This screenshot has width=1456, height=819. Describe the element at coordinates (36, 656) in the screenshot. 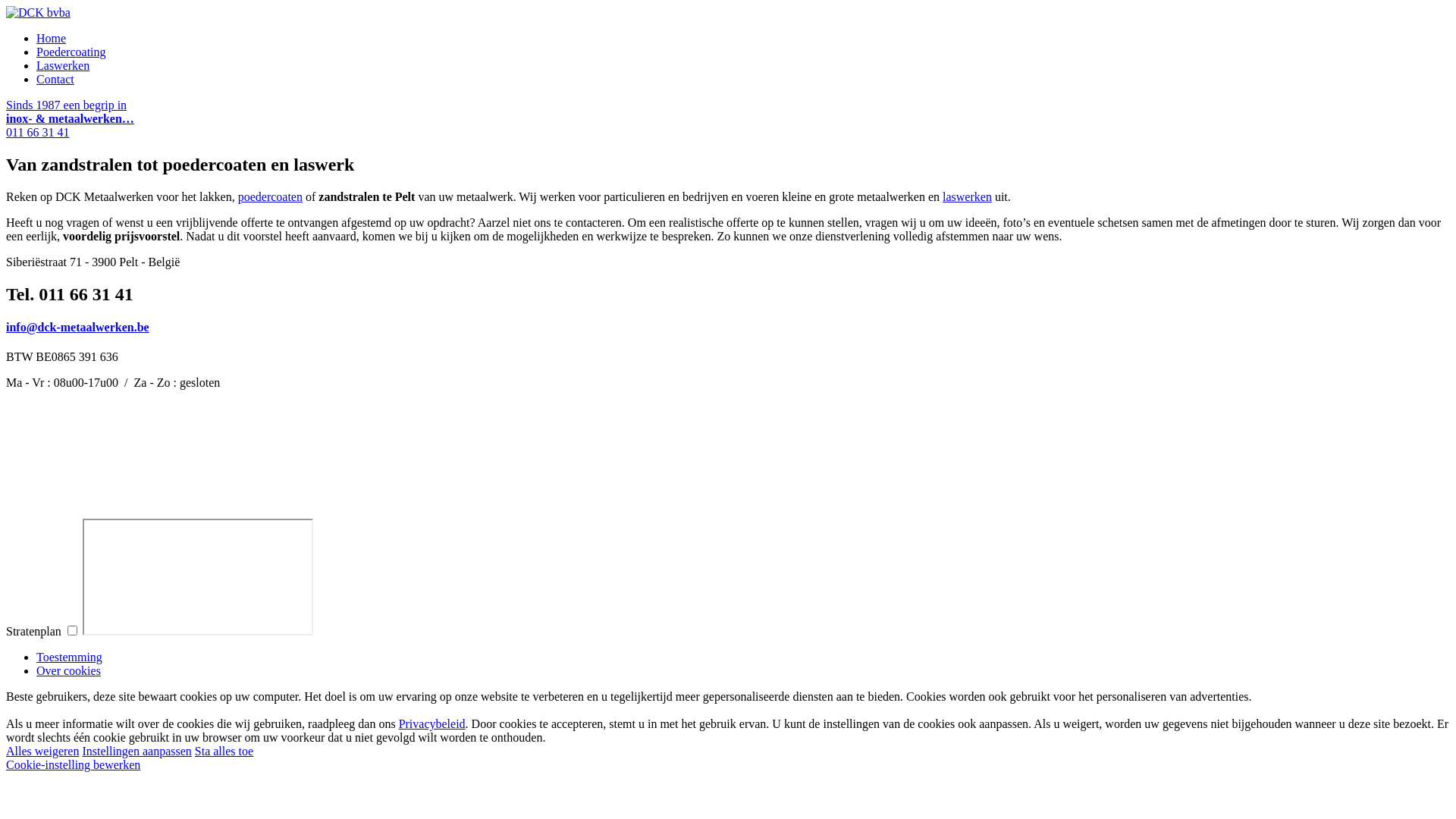

I see `'Toestemming'` at that location.